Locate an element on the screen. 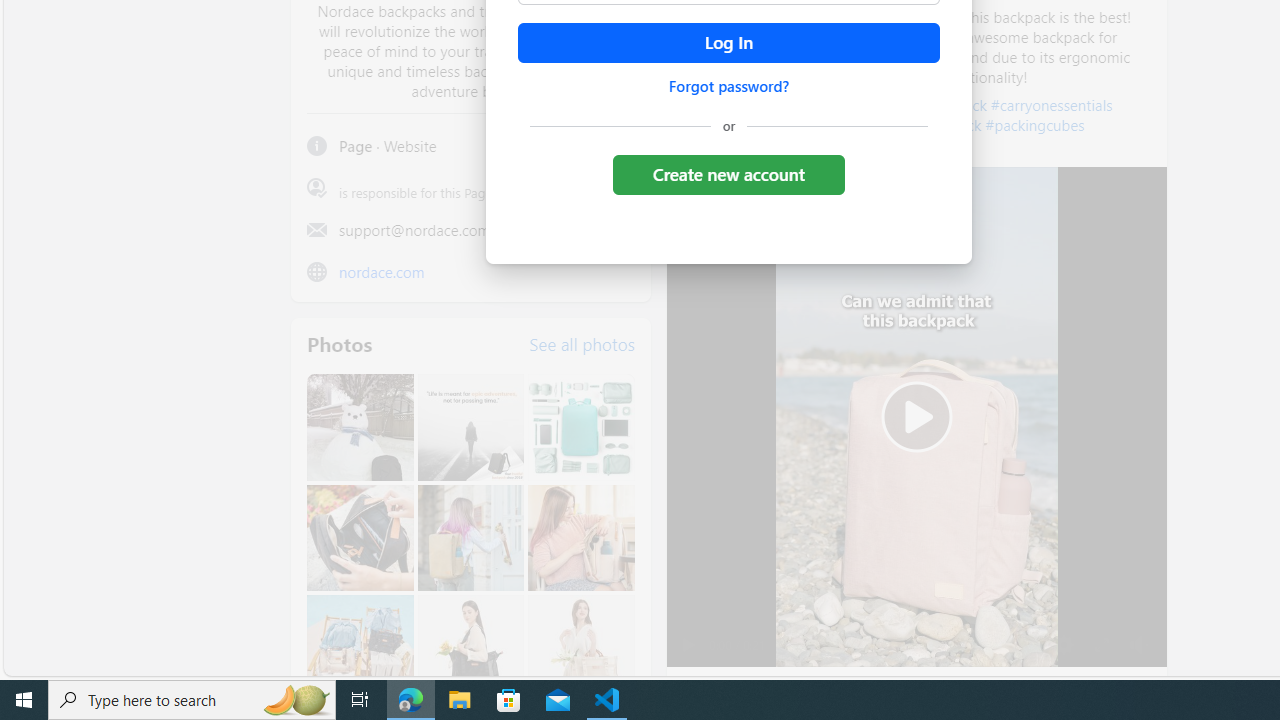  'Accessible login button' is located at coordinates (727, 43).